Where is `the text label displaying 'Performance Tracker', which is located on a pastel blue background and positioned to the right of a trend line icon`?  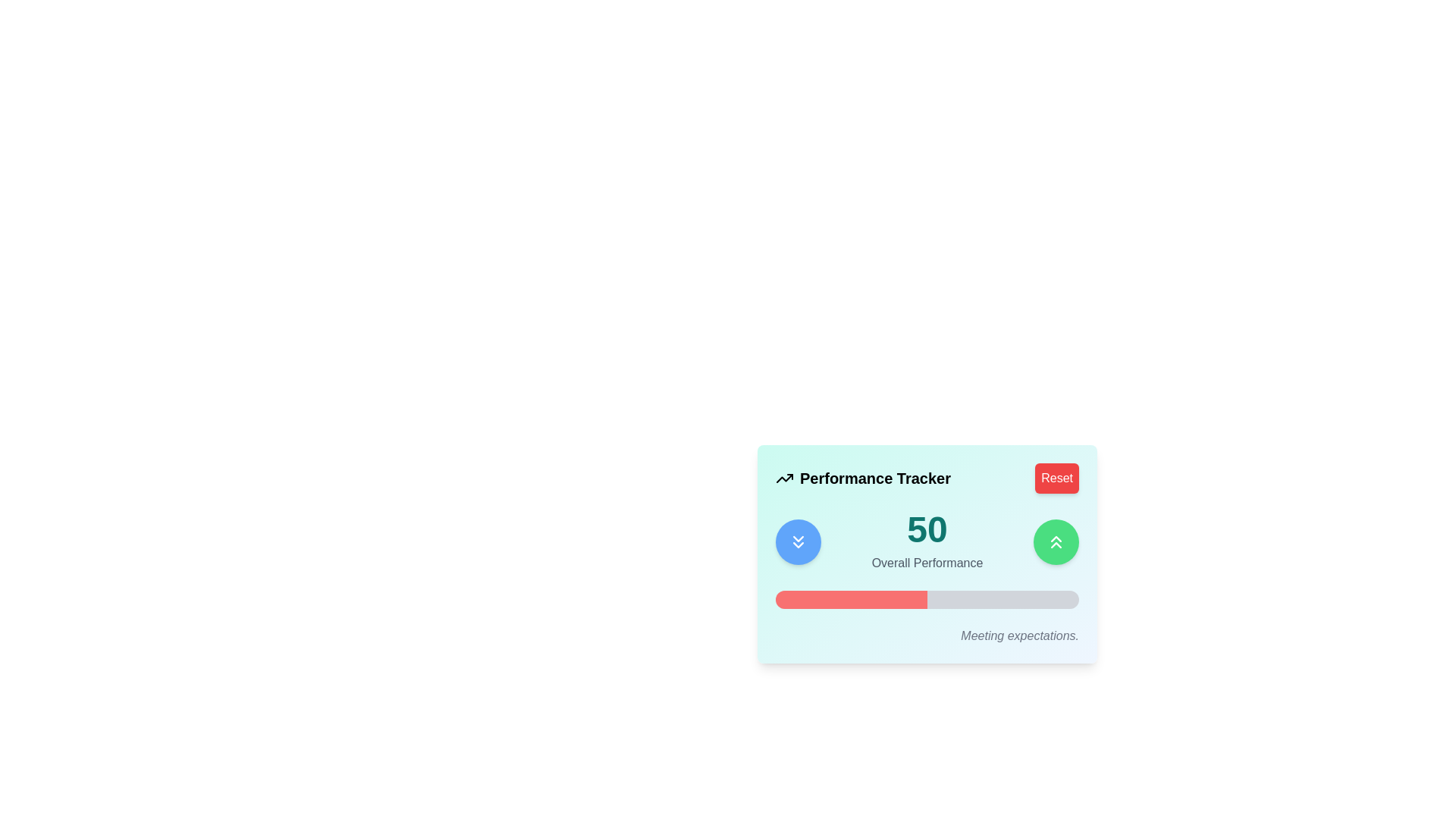
the text label displaying 'Performance Tracker', which is located on a pastel blue background and positioned to the right of a trend line icon is located at coordinates (875, 479).